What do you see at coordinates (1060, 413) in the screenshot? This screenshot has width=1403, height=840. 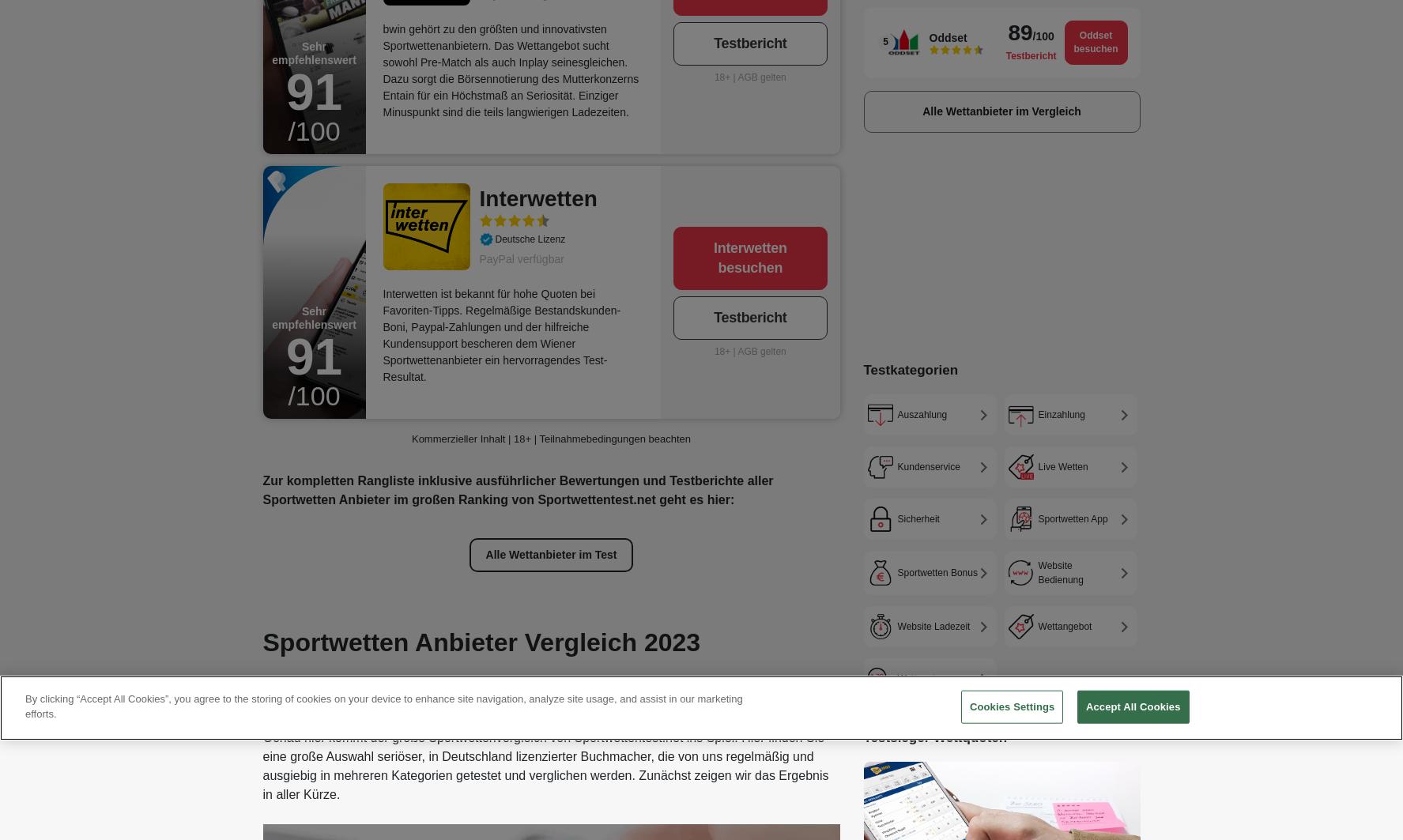 I see `'Einzahlung'` at bounding box center [1060, 413].